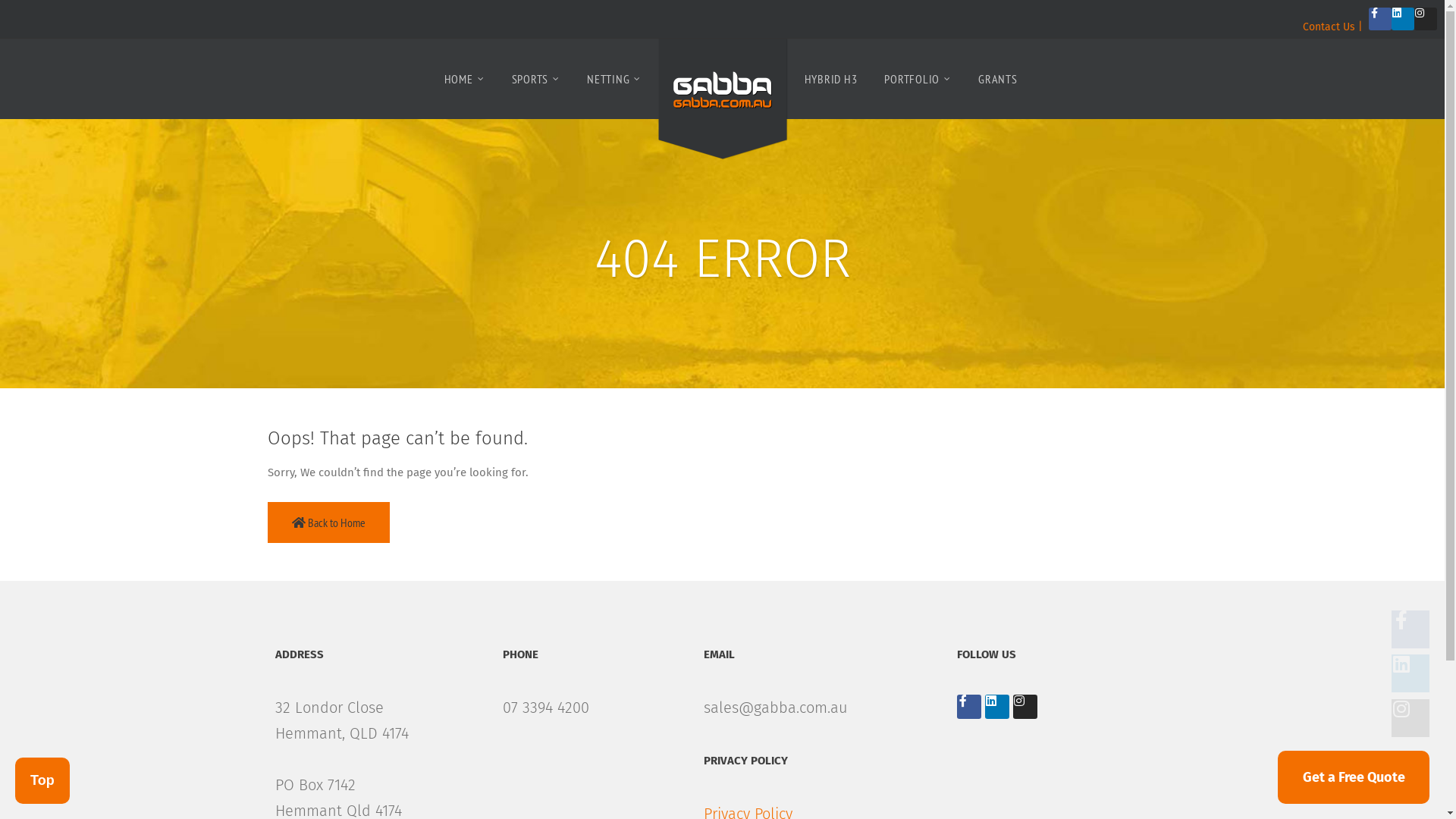  What do you see at coordinates (997, 79) in the screenshot?
I see `'GRANTS'` at bounding box center [997, 79].